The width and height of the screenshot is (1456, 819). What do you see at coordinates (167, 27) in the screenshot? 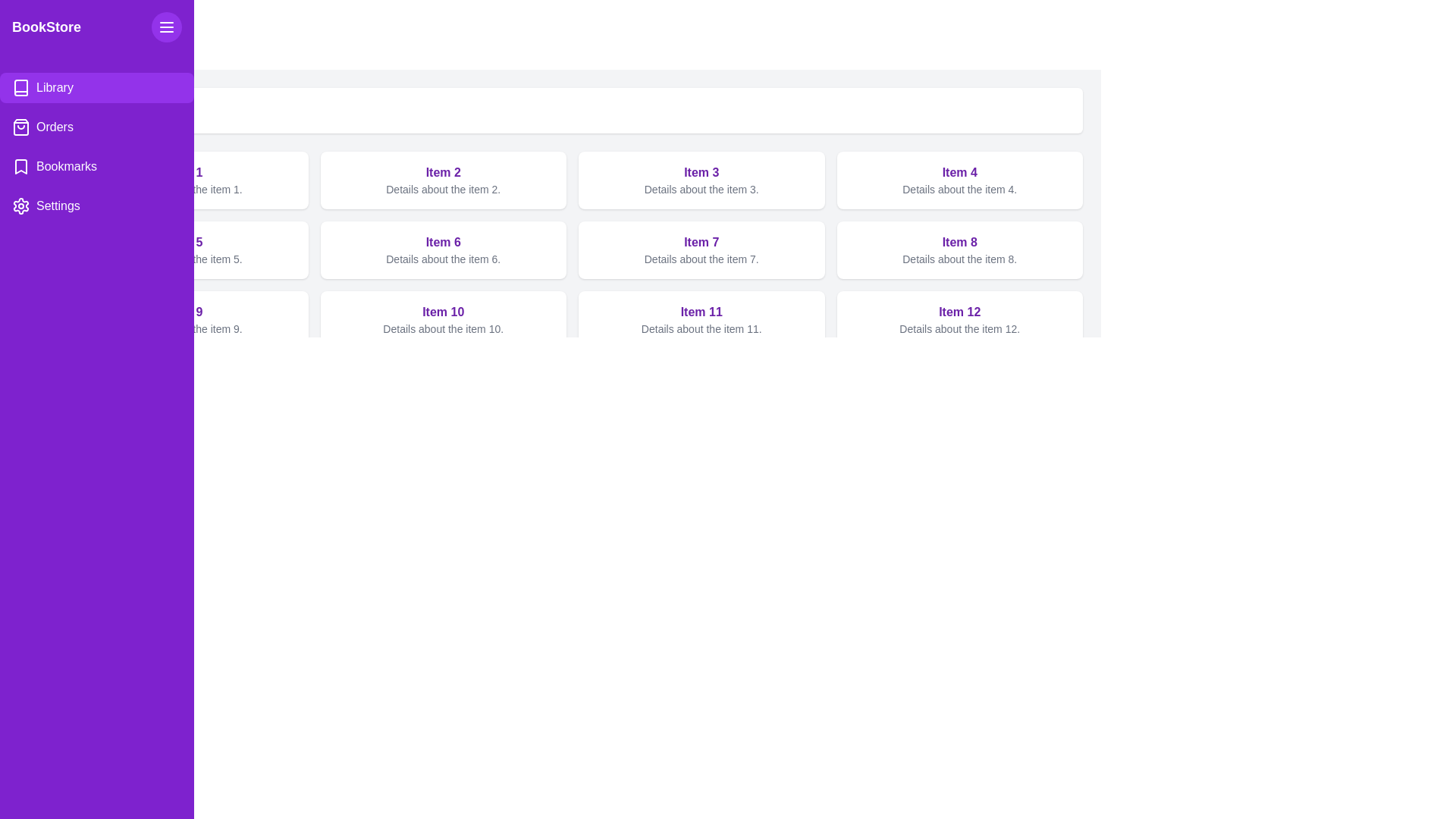
I see `the menu toggle button located at the top-right corner of the header section labeled 'BookStore'` at bounding box center [167, 27].